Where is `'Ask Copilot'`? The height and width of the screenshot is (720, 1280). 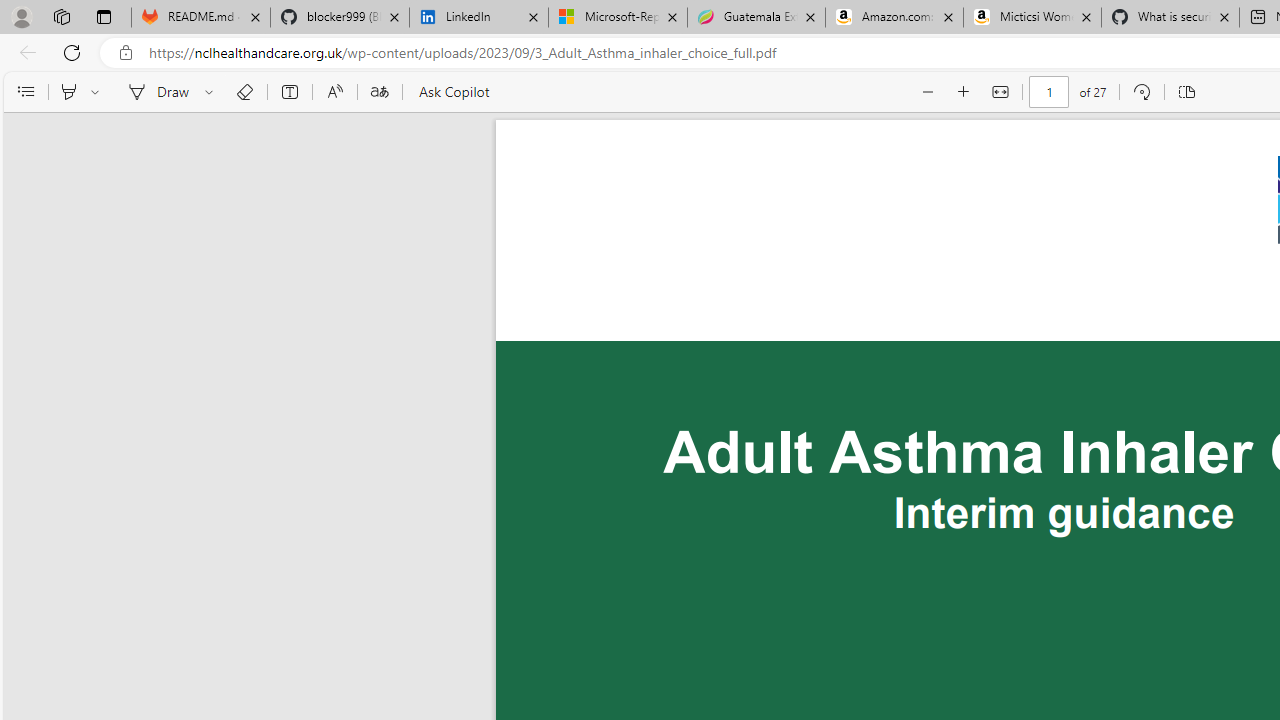 'Ask Copilot' is located at coordinates (452, 92).